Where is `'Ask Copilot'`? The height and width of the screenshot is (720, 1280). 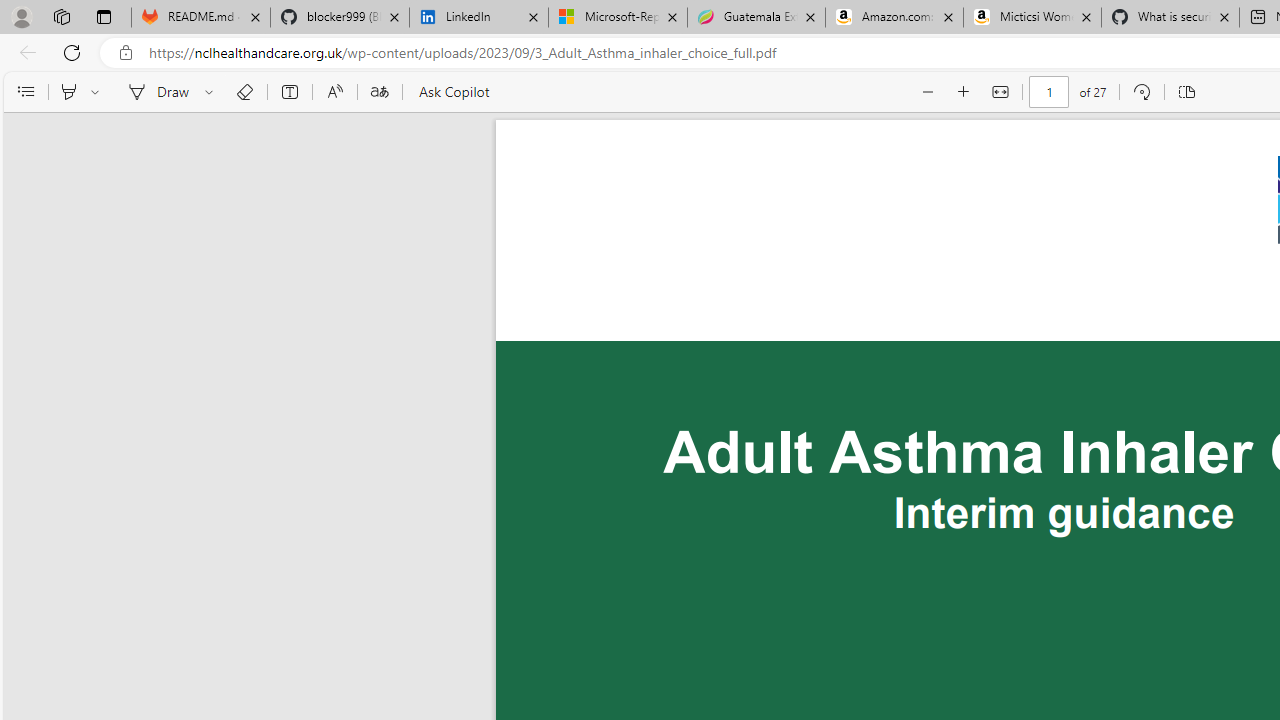 'Ask Copilot' is located at coordinates (452, 92).